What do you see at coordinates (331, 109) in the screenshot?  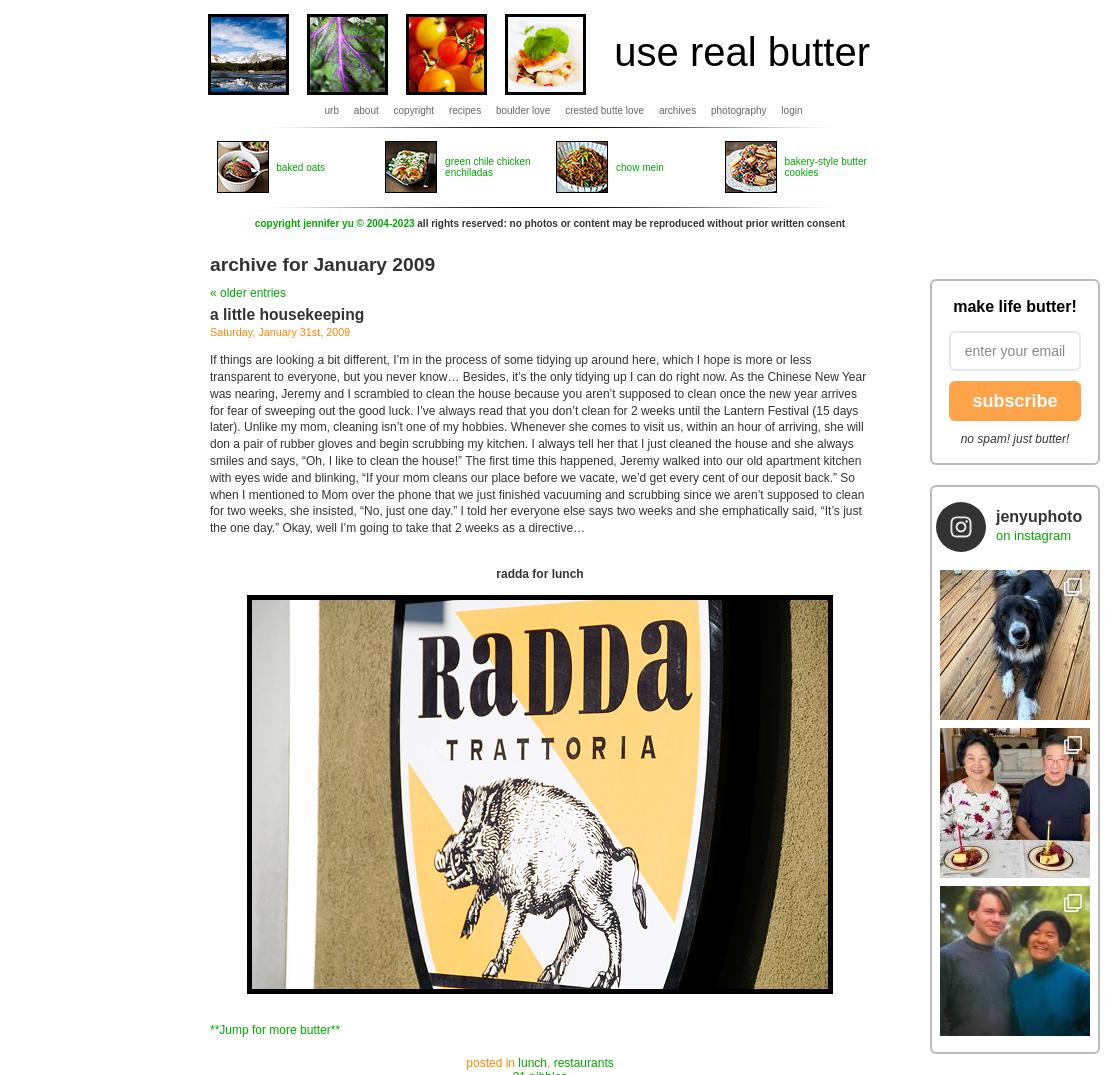 I see `'urb'` at bounding box center [331, 109].